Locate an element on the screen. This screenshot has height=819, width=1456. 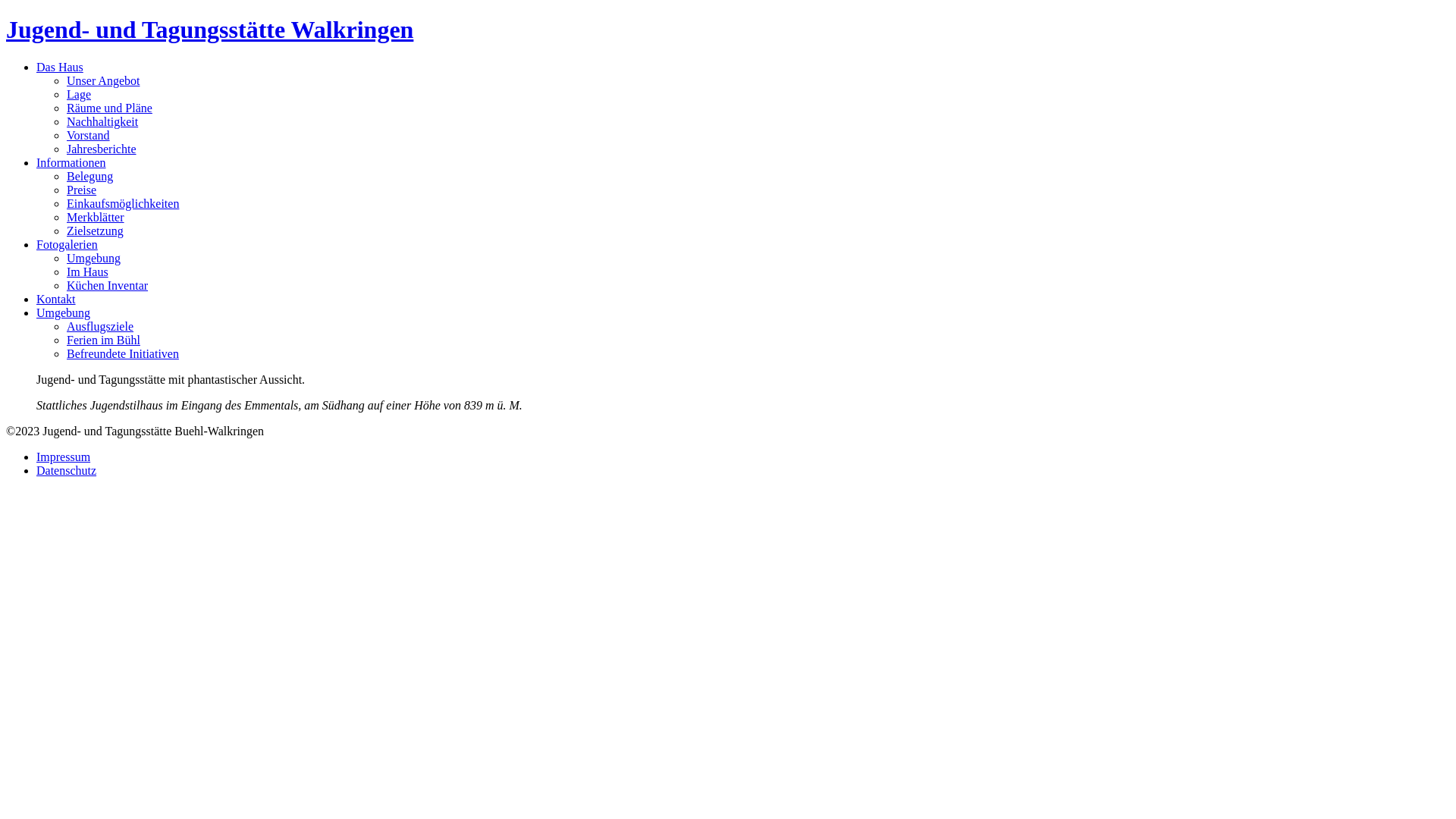
'Jahresberichte' is located at coordinates (101, 149).